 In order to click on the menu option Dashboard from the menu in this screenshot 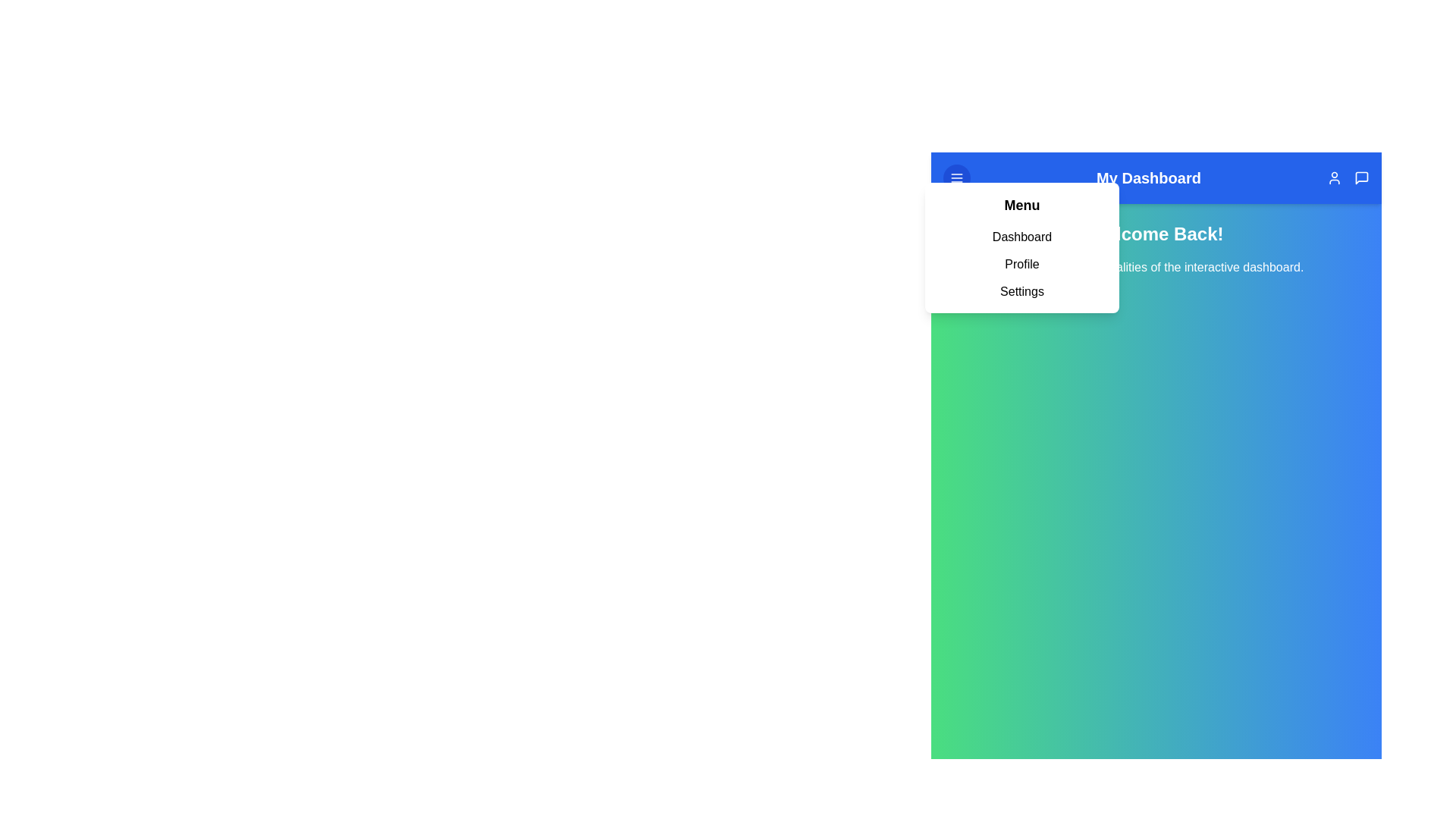, I will do `click(1022, 237)`.